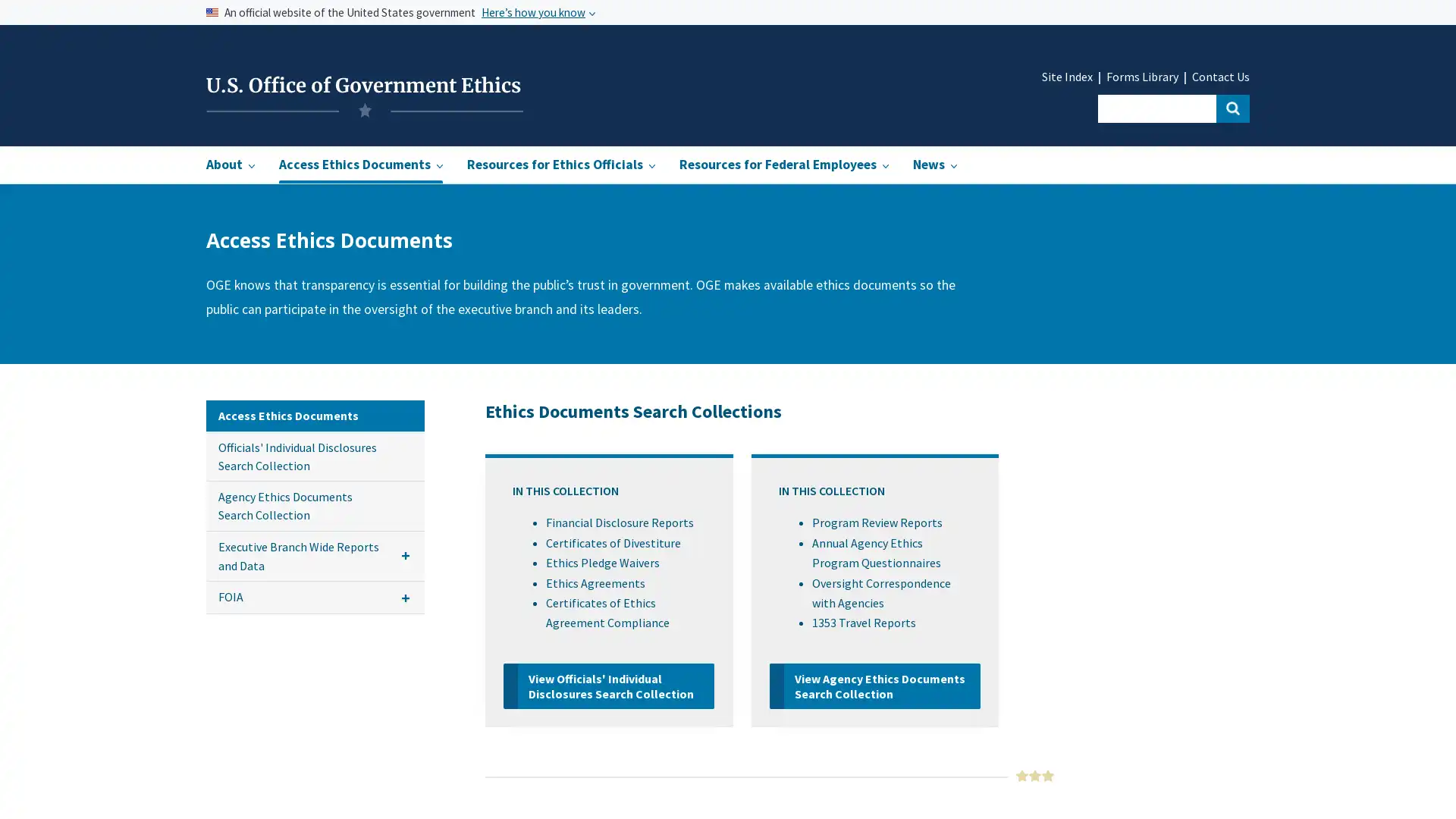  I want to click on Search, so click(1232, 107).